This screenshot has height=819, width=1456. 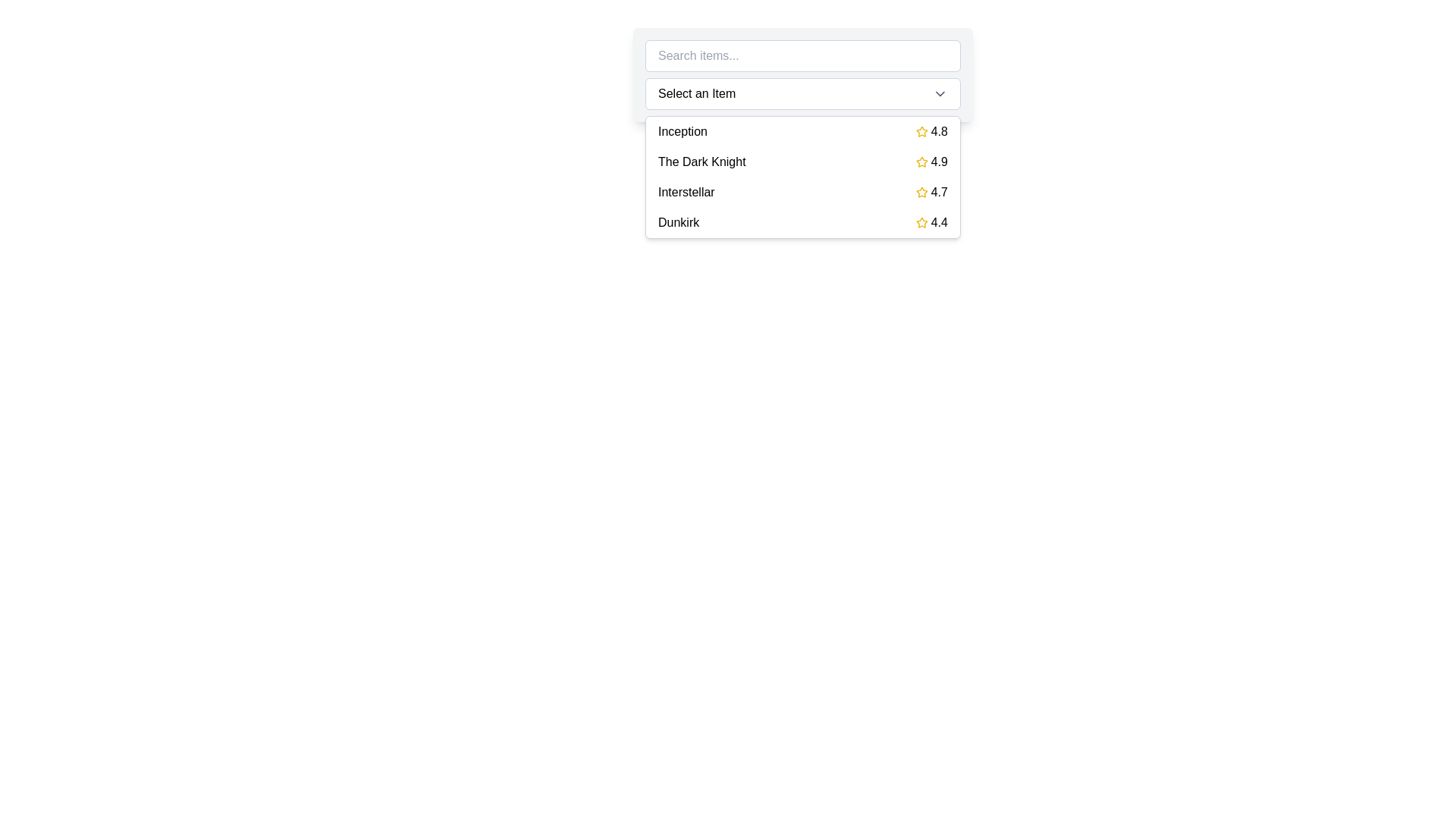 What do you see at coordinates (802, 222) in the screenshot?
I see `the fourth list item in the dropdown menu that displays information about the movie 'Dunkirk'` at bounding box center [802, 222].